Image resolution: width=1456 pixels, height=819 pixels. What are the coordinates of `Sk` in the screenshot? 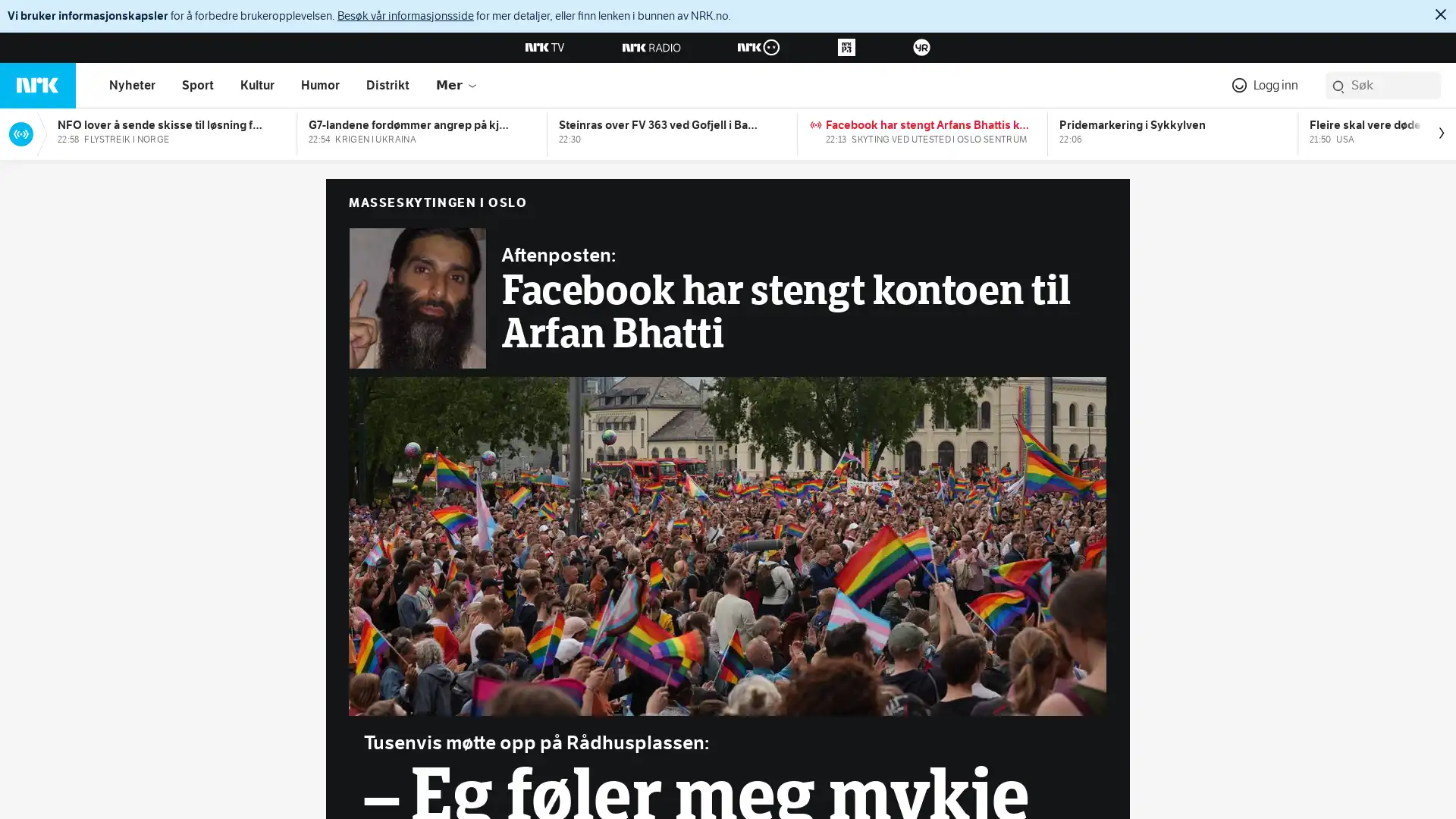 It's located at (1339, 86).